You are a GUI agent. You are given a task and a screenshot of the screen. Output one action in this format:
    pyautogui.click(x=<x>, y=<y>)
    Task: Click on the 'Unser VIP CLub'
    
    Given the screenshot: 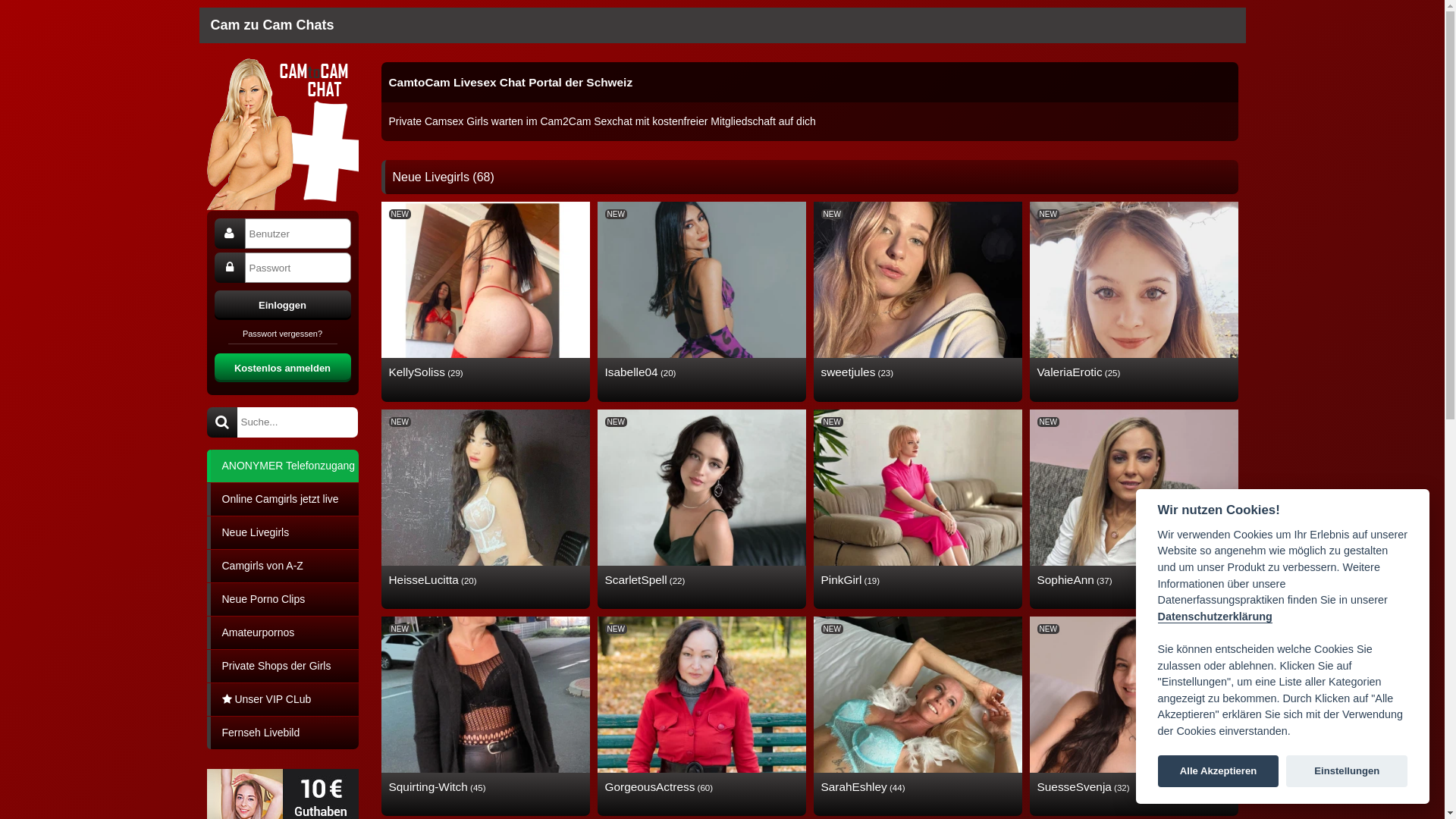 What is the action you would take?
    pyautogui.click(x=206, y=698)
    